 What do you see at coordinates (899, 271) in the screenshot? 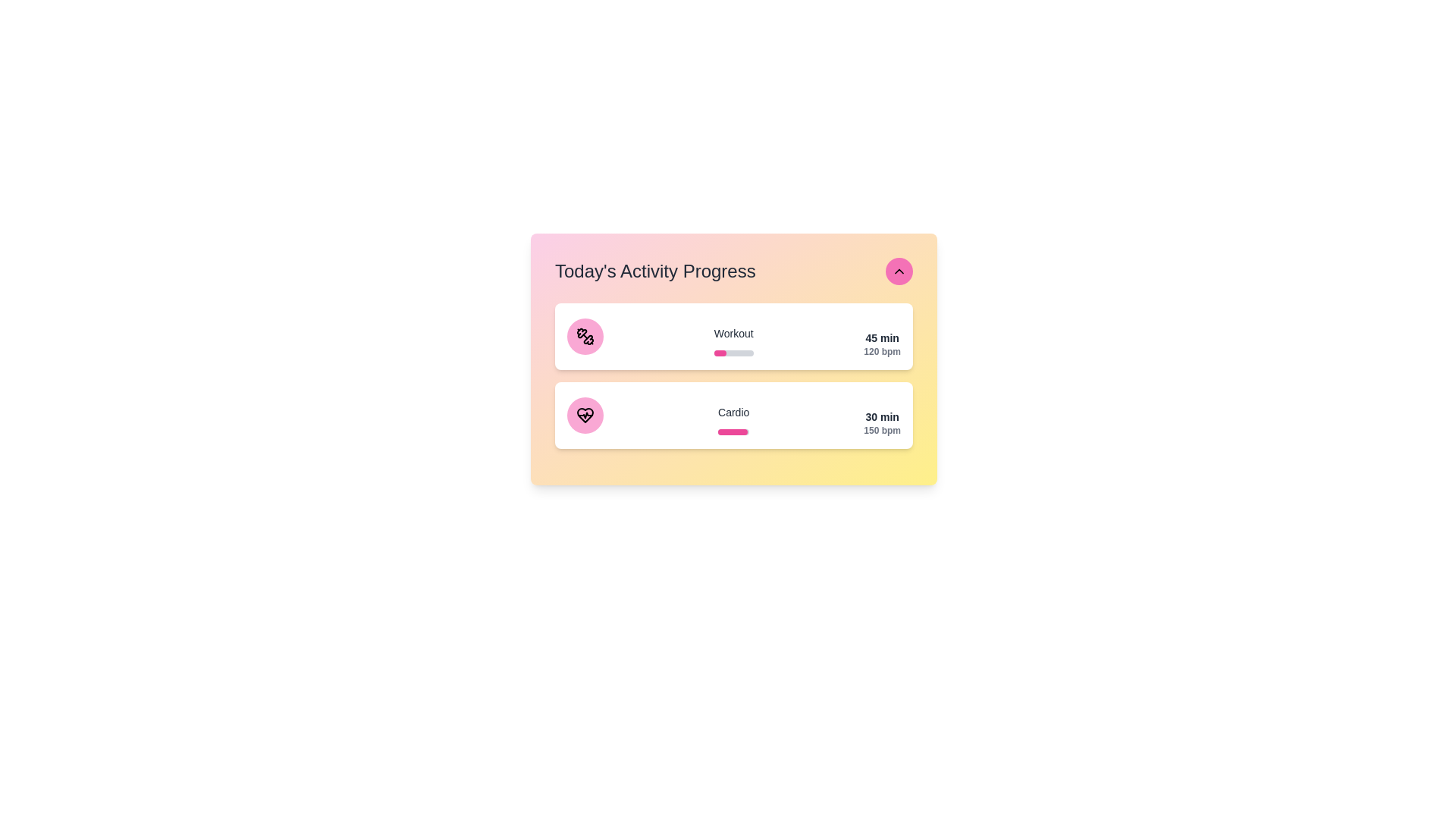
I see `the circular pink button with a black upward chevron in the 'Today's Activity Progress' section` at bounding box center [899, 271].